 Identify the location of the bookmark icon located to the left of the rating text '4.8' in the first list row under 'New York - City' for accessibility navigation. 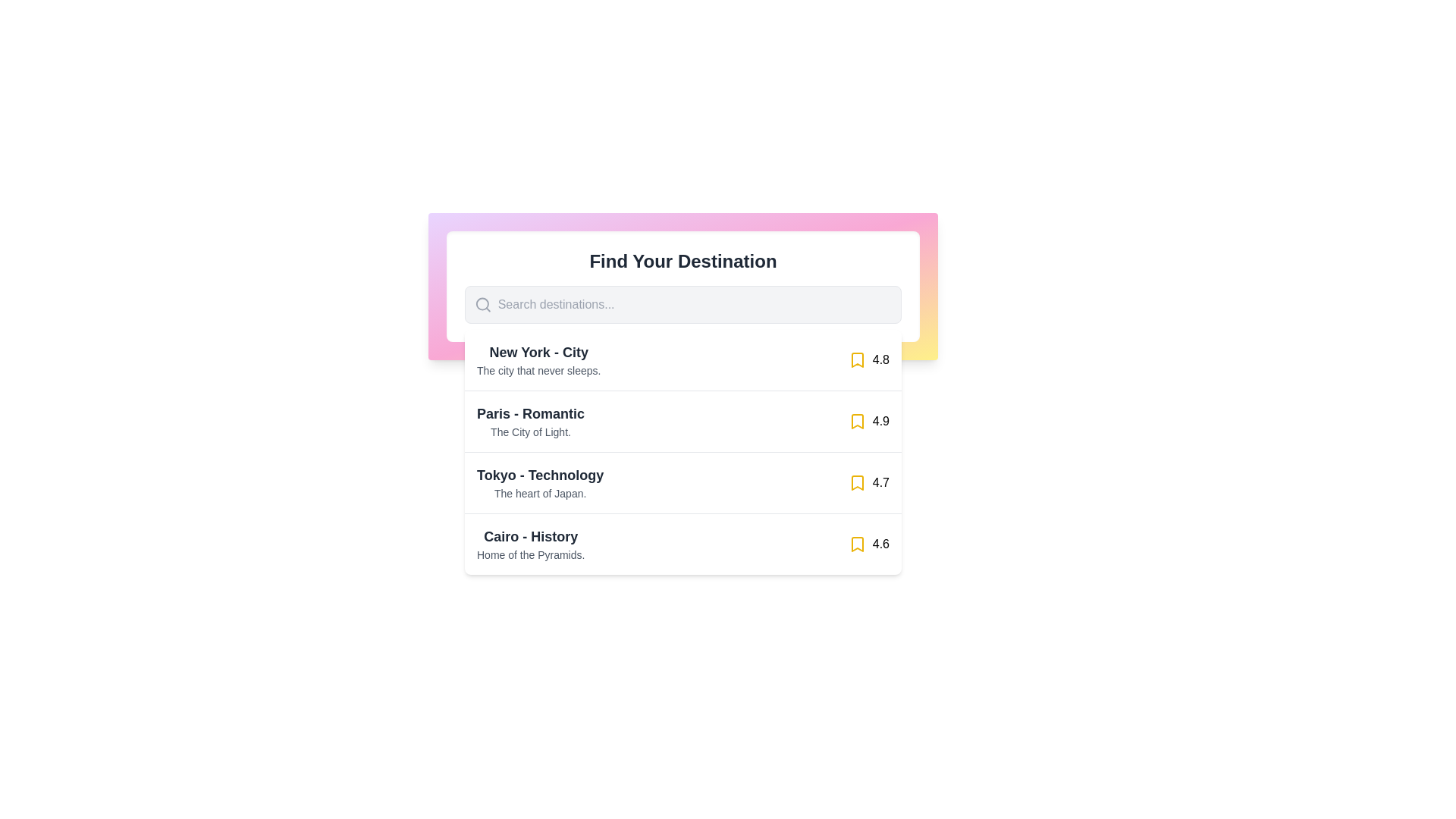
(857, 359).